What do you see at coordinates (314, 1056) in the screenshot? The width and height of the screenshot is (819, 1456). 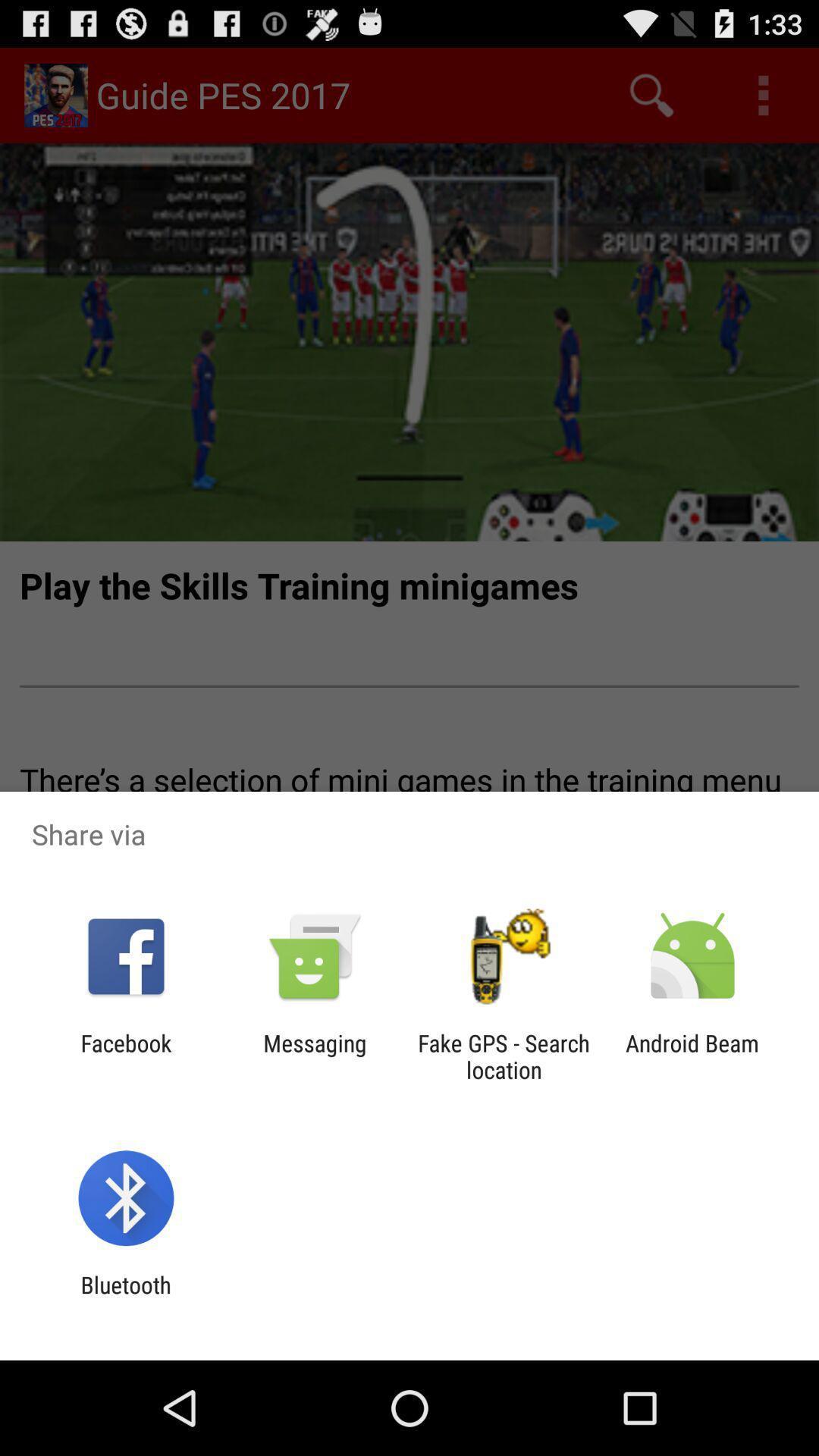 I see `item next to the facebook item` at bounding box center [314, 1056].